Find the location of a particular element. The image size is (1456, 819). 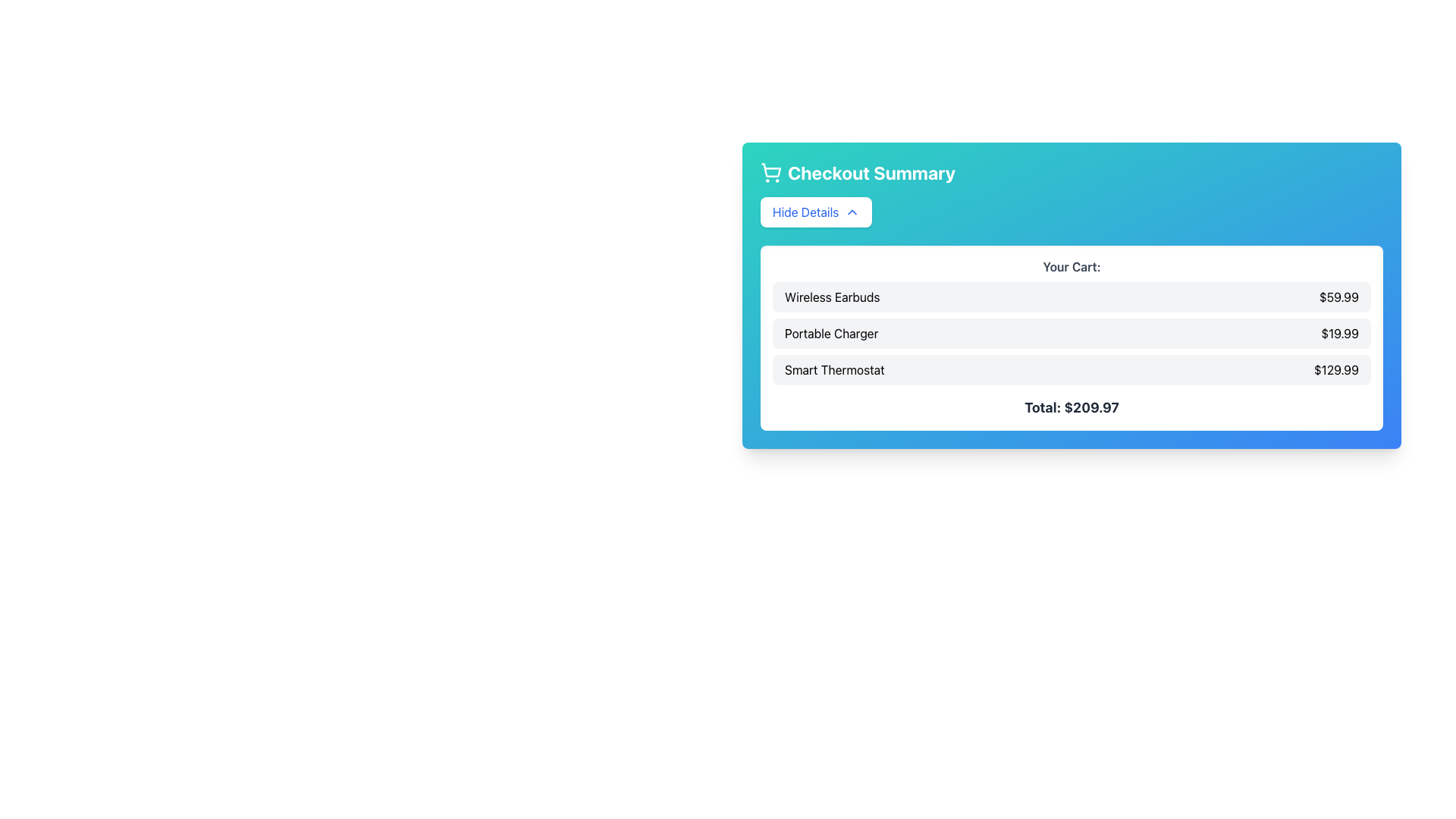

text label identifying the product in the cart summary, located between 'Wireless Earbuds' above and 'Smart Thermostat' below, within the 'Checkout Summary' section is located at coordinates (830, 332).